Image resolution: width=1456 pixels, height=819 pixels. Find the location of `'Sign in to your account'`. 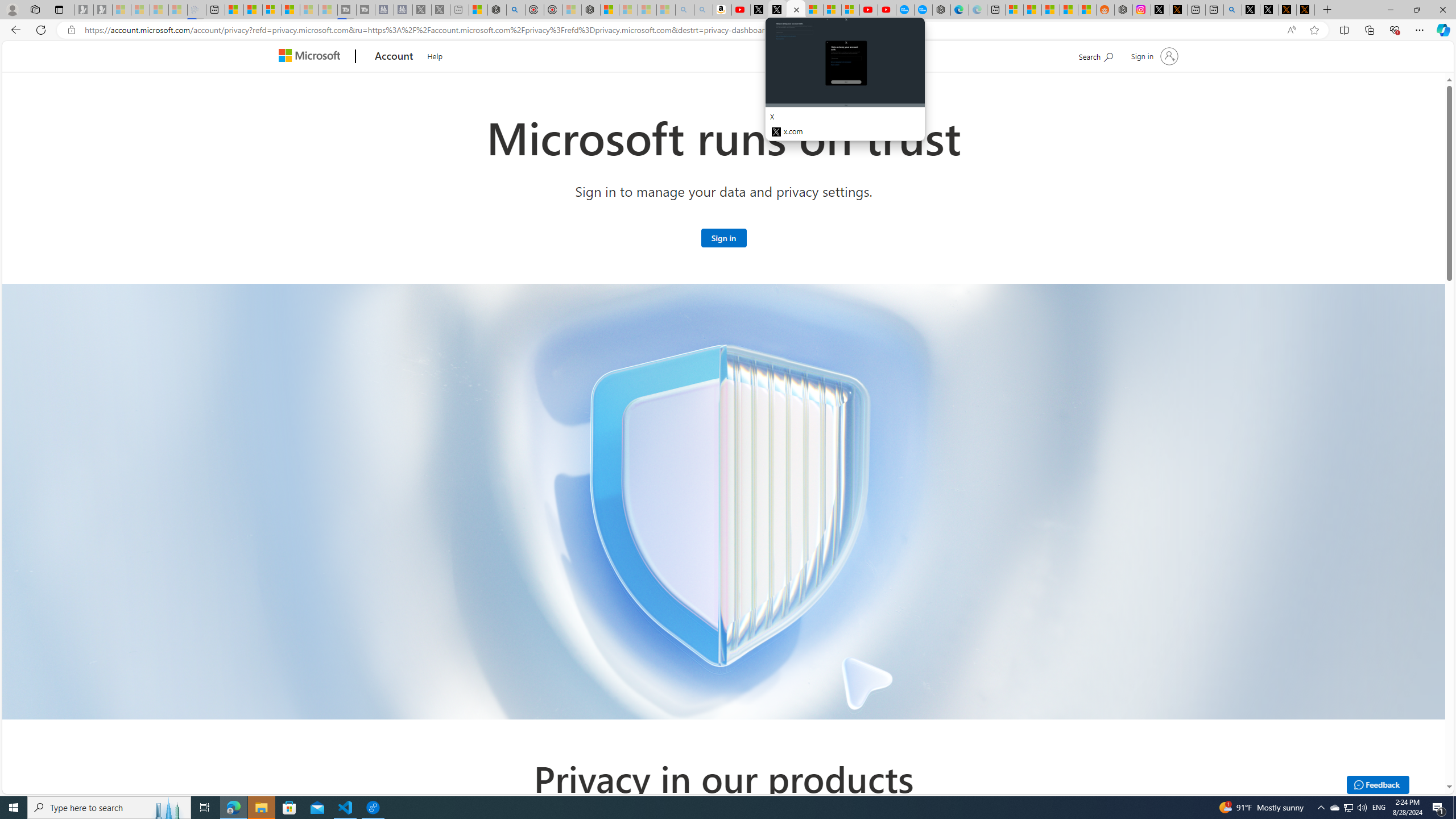

'Sign in to your account' is located at coordinates (1152, 55).